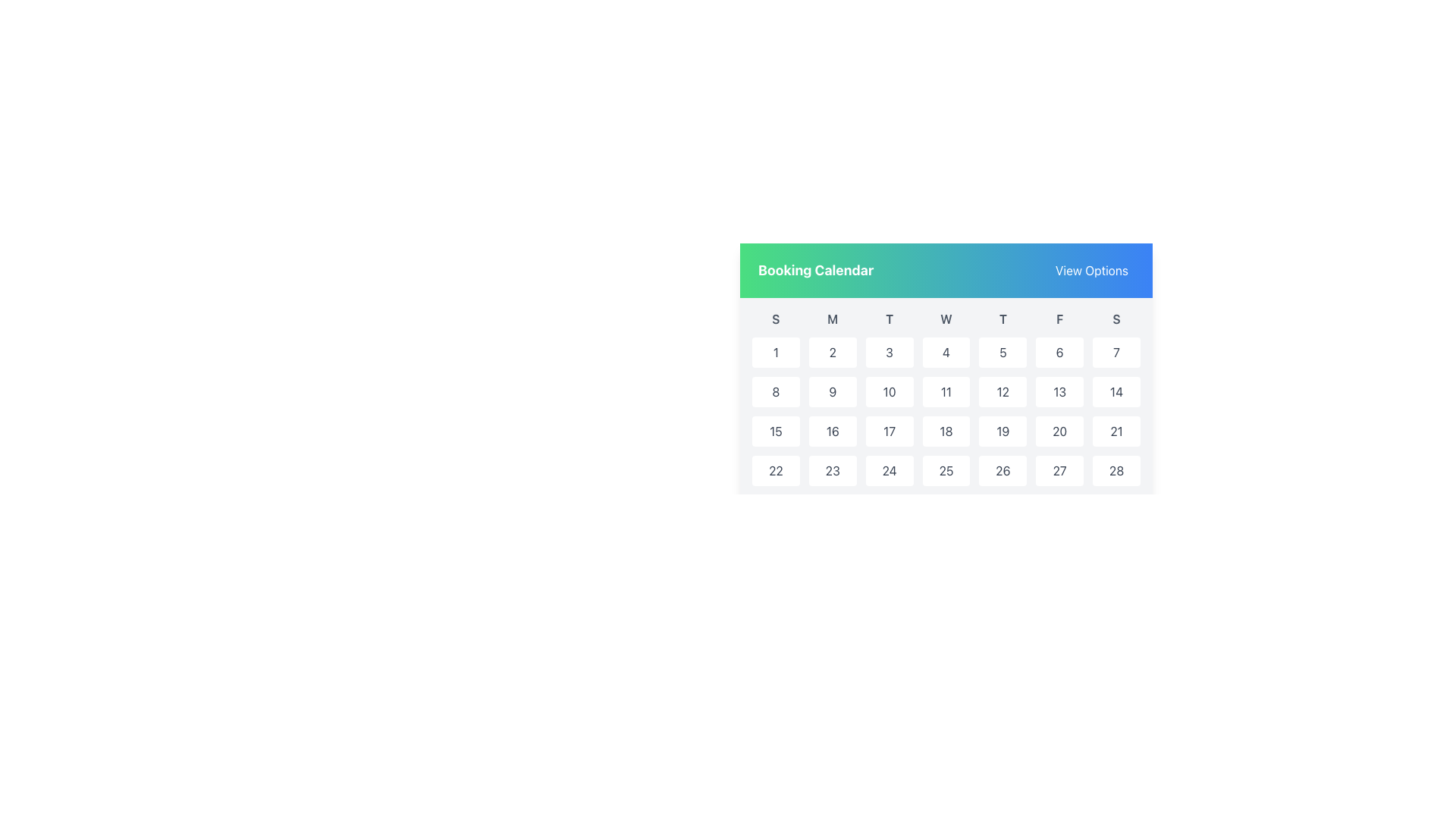 The height and width of the screenshot is (819, 1456). I want to click on the date label displaying the 15th in the calendar interface, so click(776, 431).